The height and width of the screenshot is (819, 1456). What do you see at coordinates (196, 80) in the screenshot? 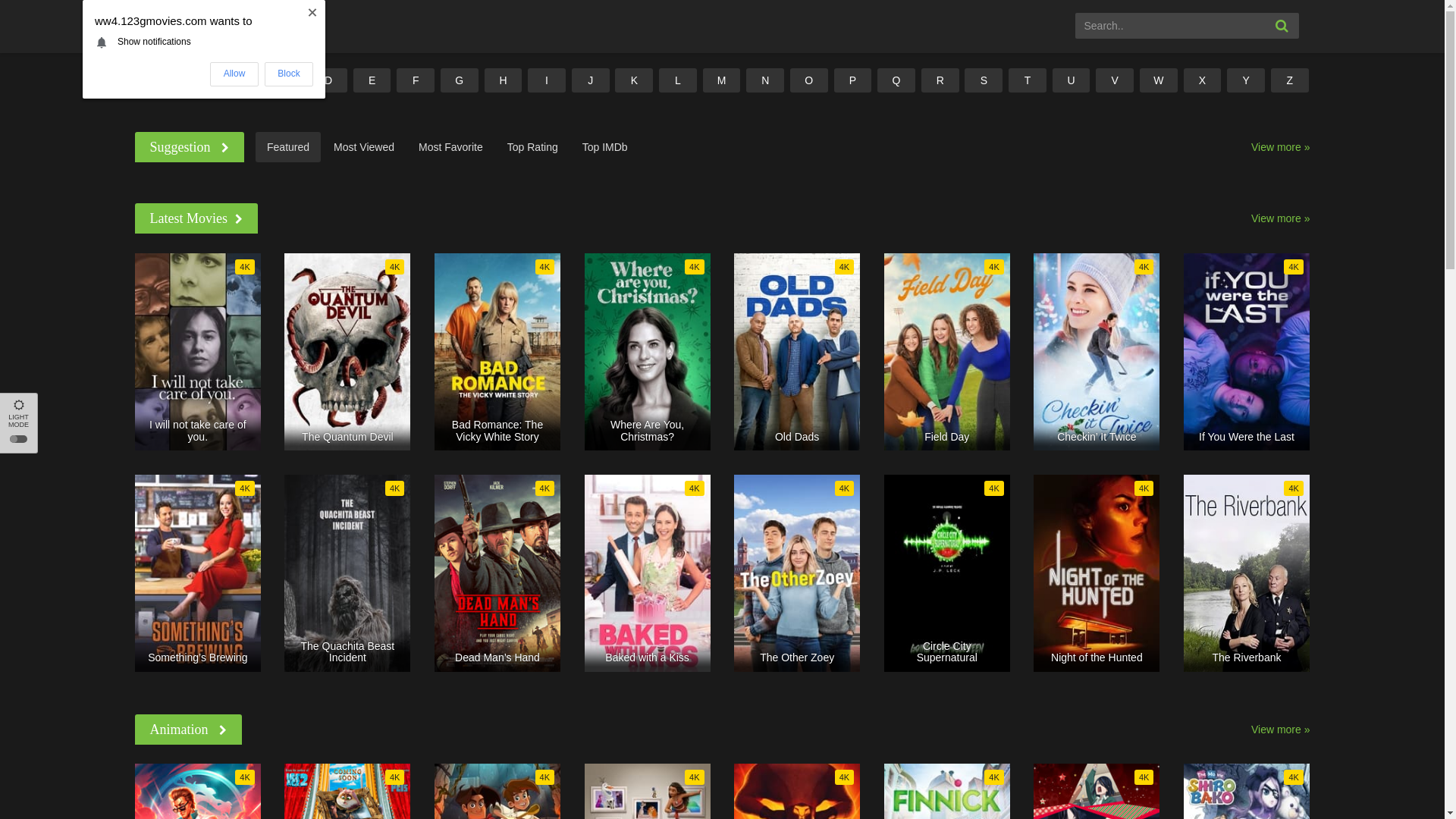
I see `'A'` at bounding box center [196, 80].